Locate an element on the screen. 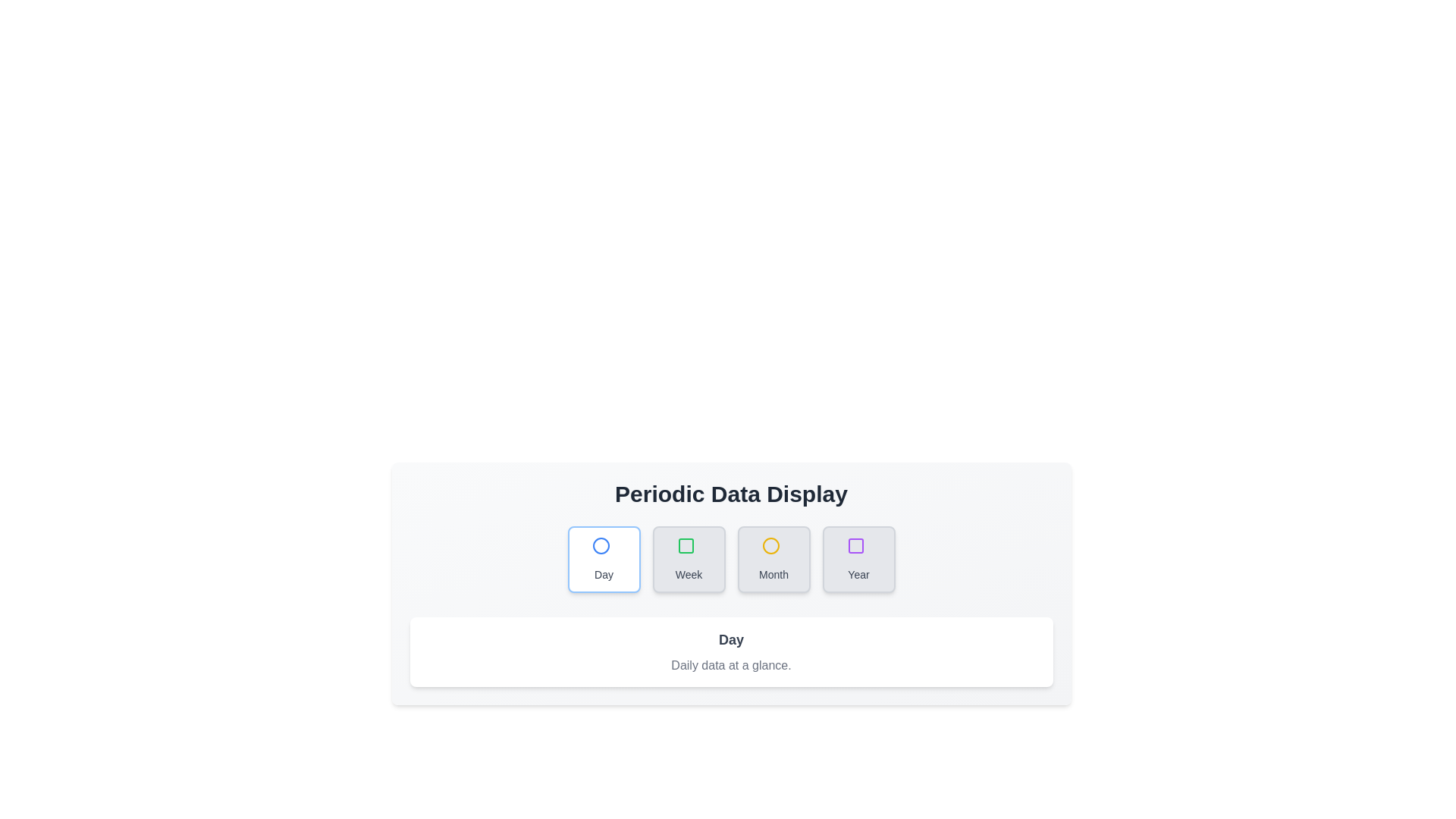 The image size is (1456, 819). the SVG graphic icon representing the 'Year' button located at the center-top section of the button, which is the fourth button in a horizontal group beneath the heading 'Periodic Data Display' is located at coordinates (858, 549).